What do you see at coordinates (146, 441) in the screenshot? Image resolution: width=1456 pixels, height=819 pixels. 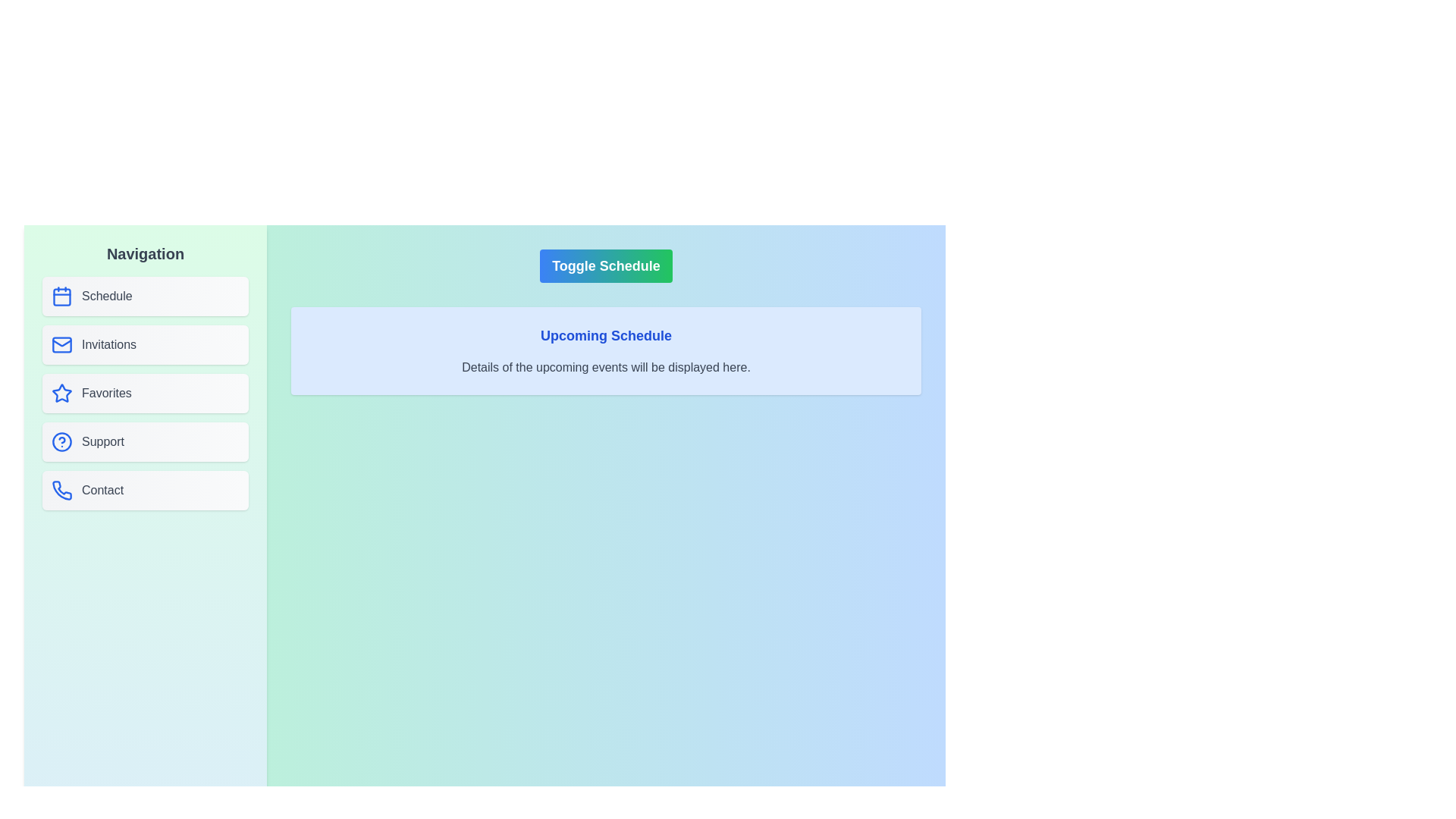 I see `the Support button in the sidebar to navigate to the corresponding section` at bounding box center [146, 441].